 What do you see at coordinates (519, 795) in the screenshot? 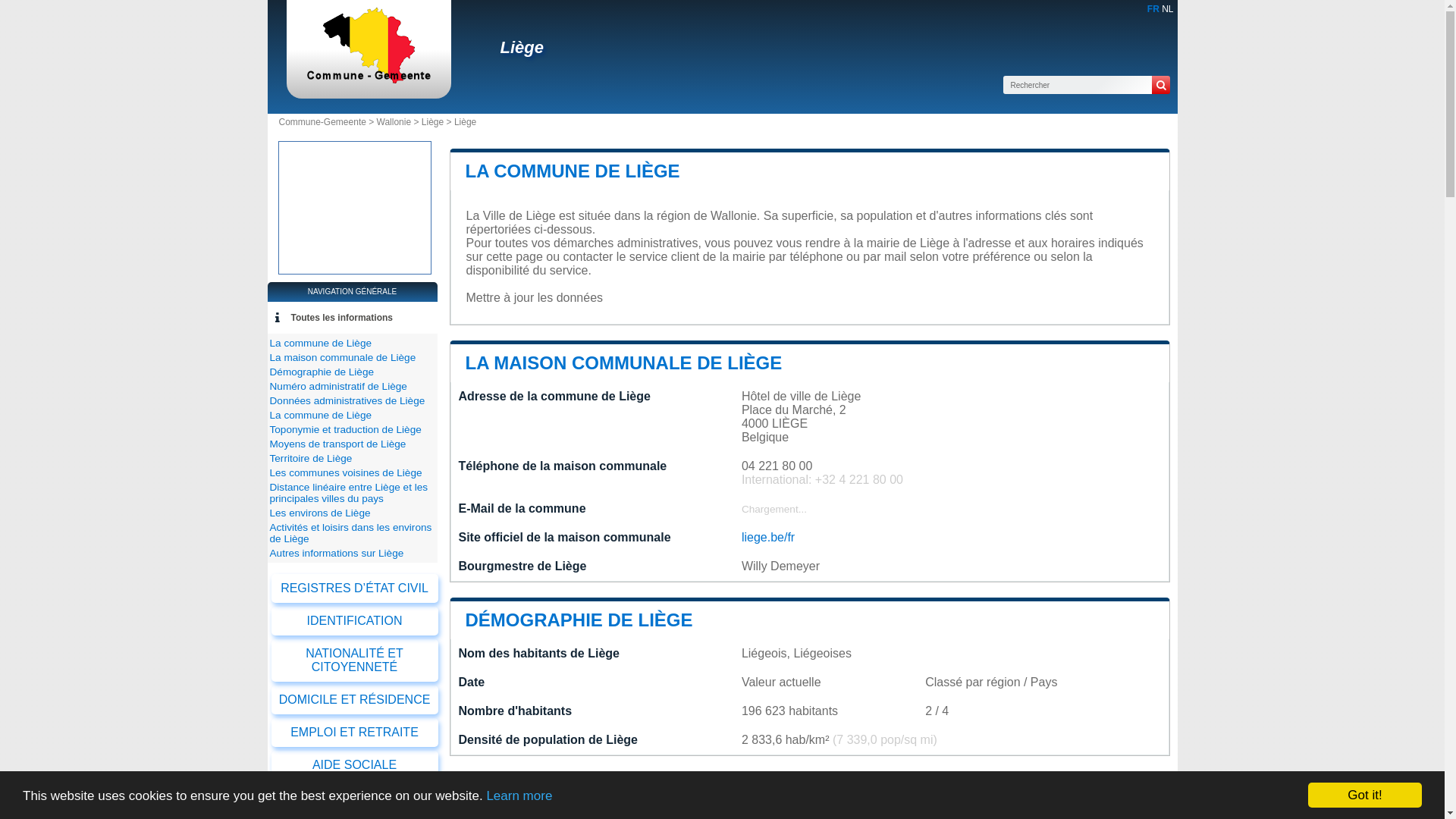
I see `'Learn more'` at bounding box center [519, 795].